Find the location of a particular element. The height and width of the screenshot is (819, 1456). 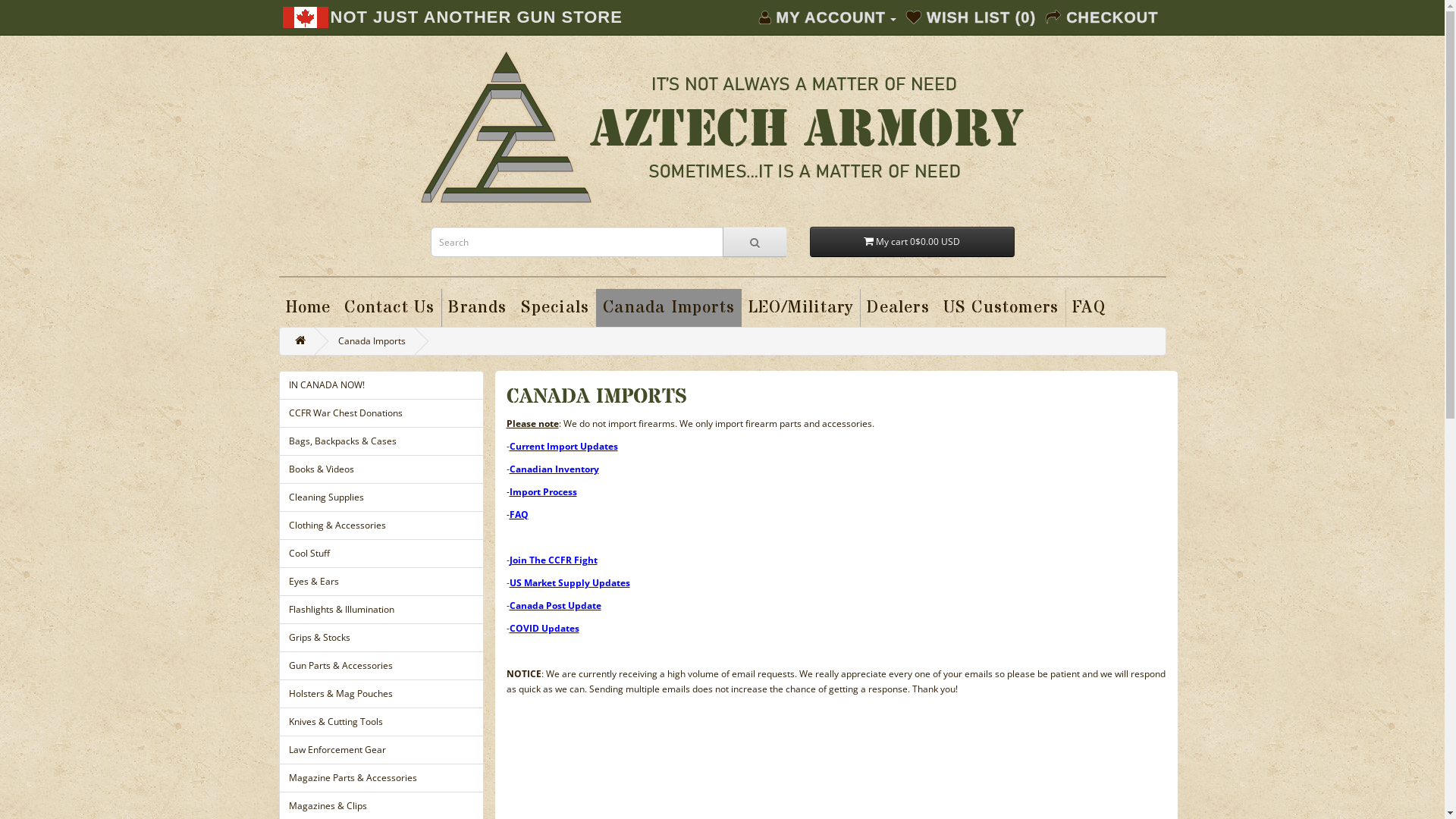

'US Market Supply Updates' is located at coordinates (569, 582).